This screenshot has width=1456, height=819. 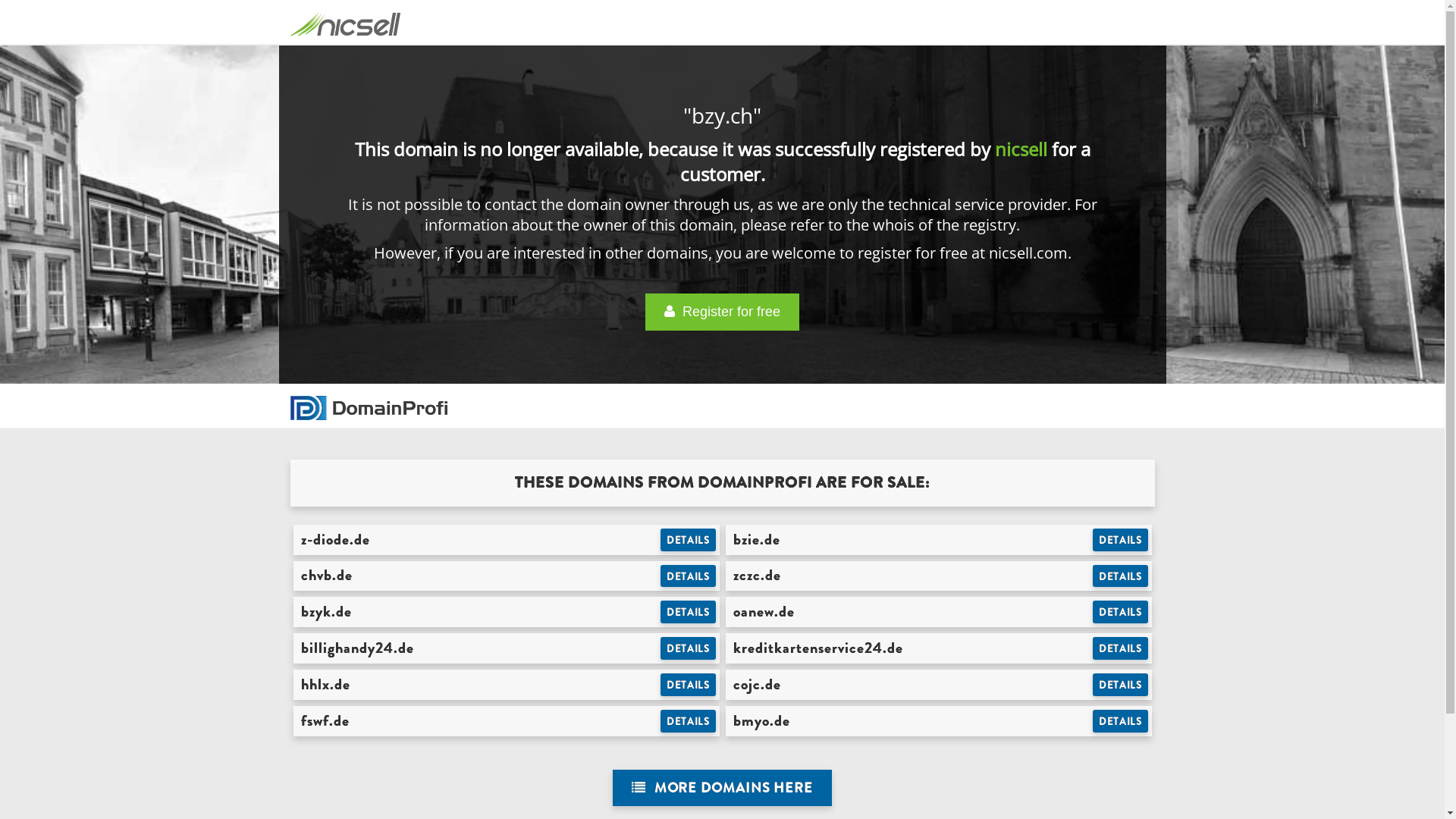 What do you see at coordinates (1120, 648) in the screenshot?
I see `'DETAILS'` at bounding box center [1120, 648].